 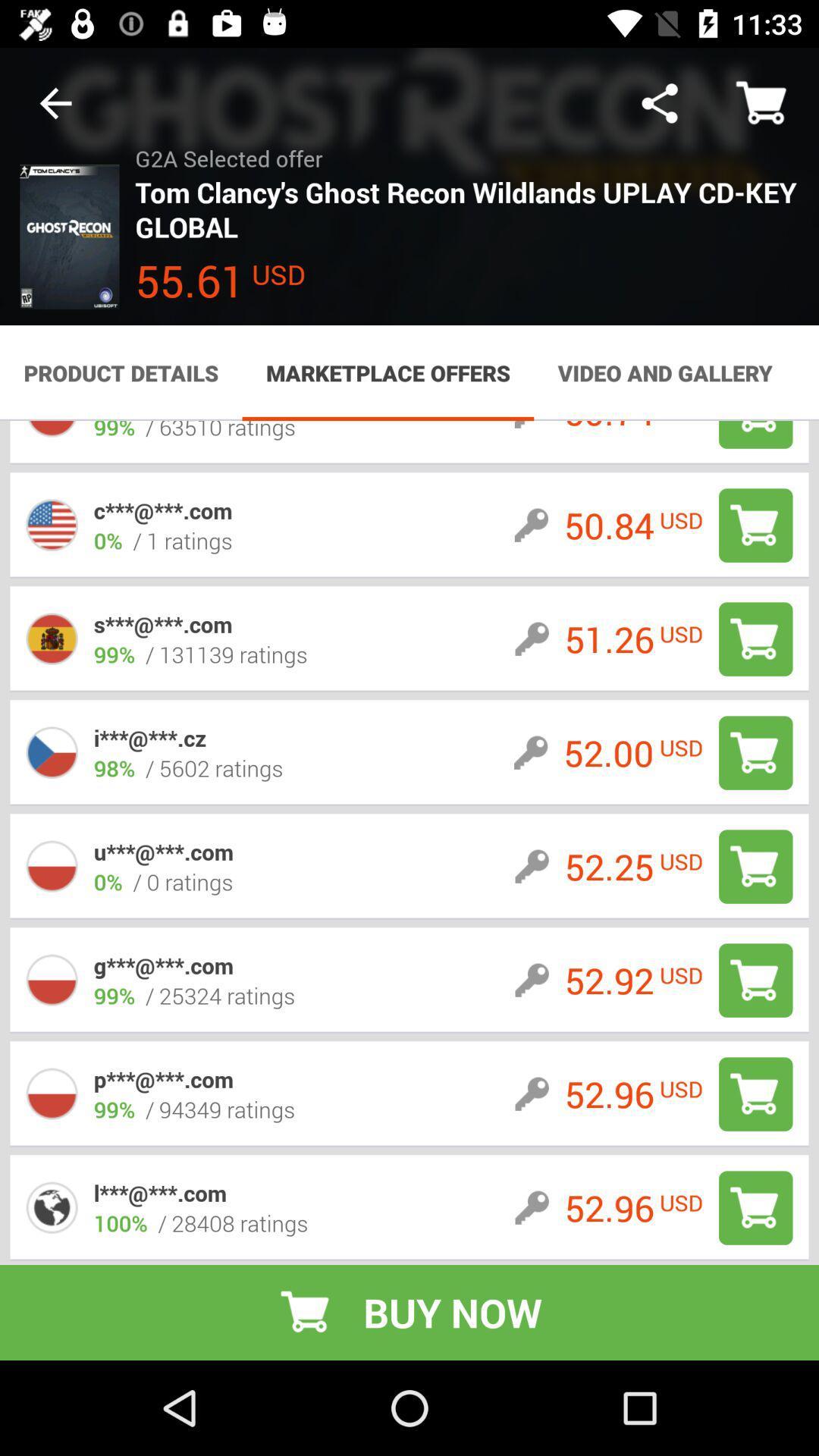 What do you see at coordinates (755, 1207) in the screenshot?
I see `buy now option` at bounding box center [755, 1207].